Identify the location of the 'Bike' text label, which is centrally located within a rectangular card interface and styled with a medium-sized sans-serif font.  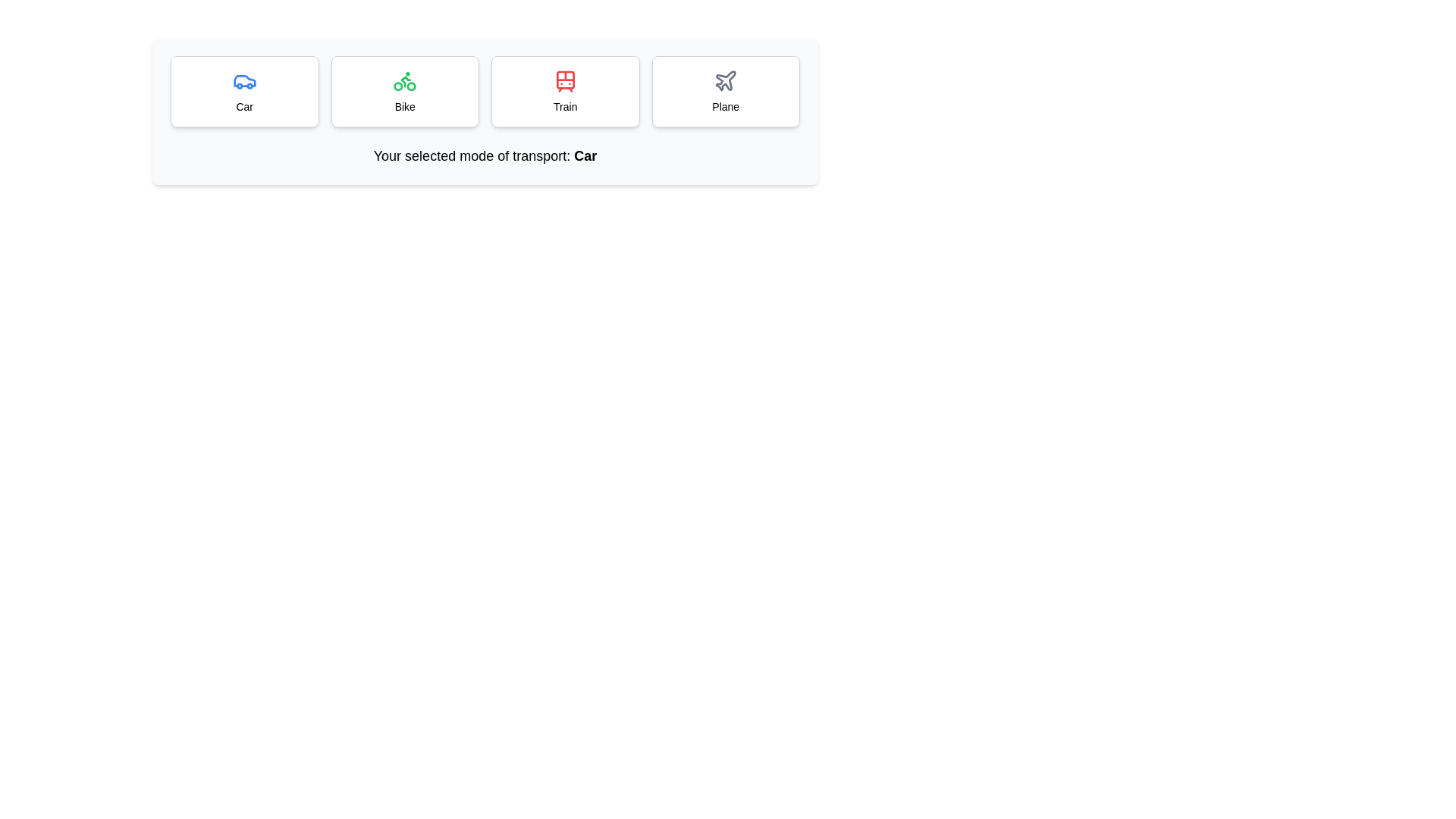
(405, 106).